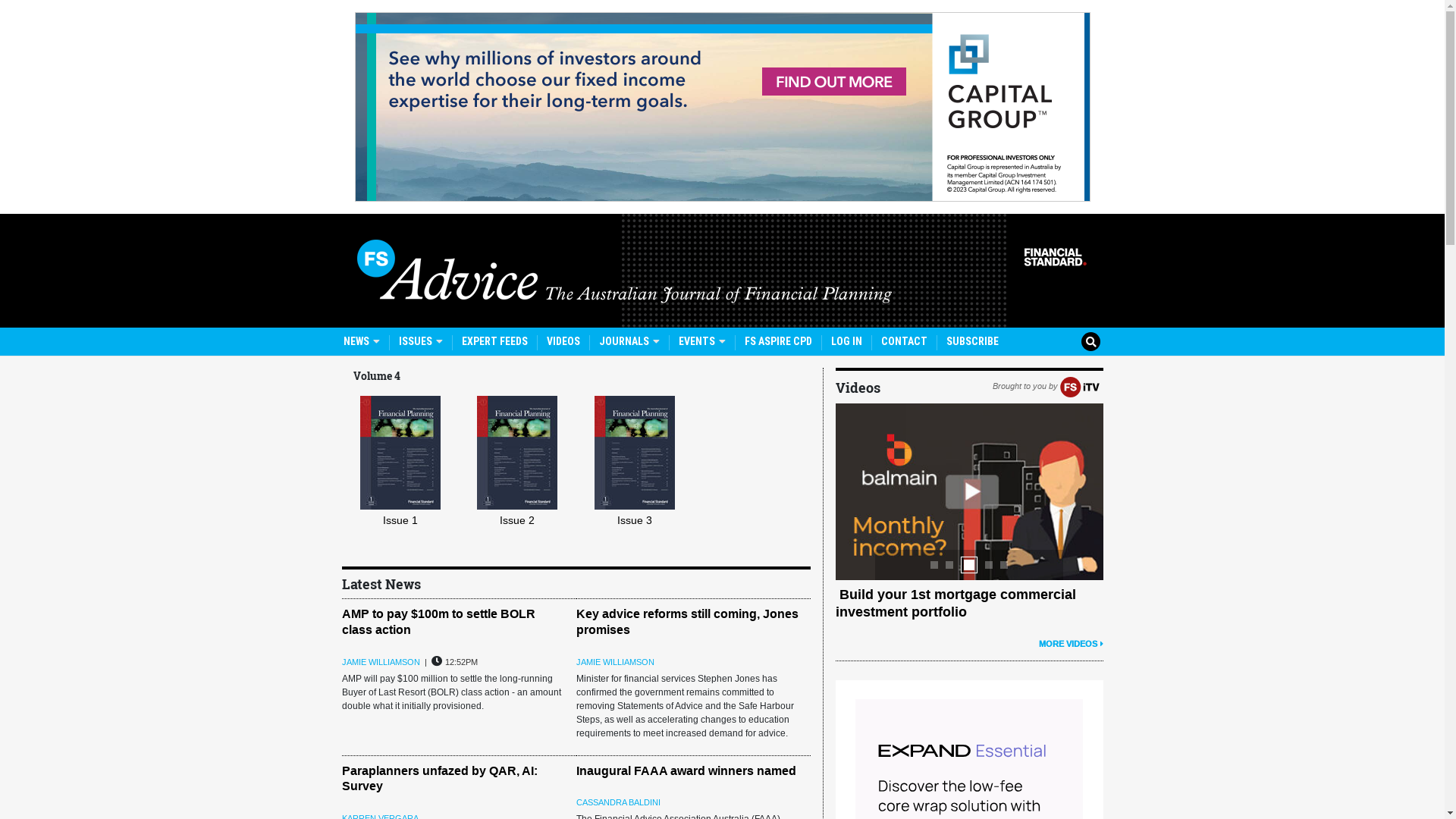 The width and height of the screenshot is (1456, 819). Describe the element at coordinates (546, 341) in the screenshot. I see `'VIDEOS'` at that location.